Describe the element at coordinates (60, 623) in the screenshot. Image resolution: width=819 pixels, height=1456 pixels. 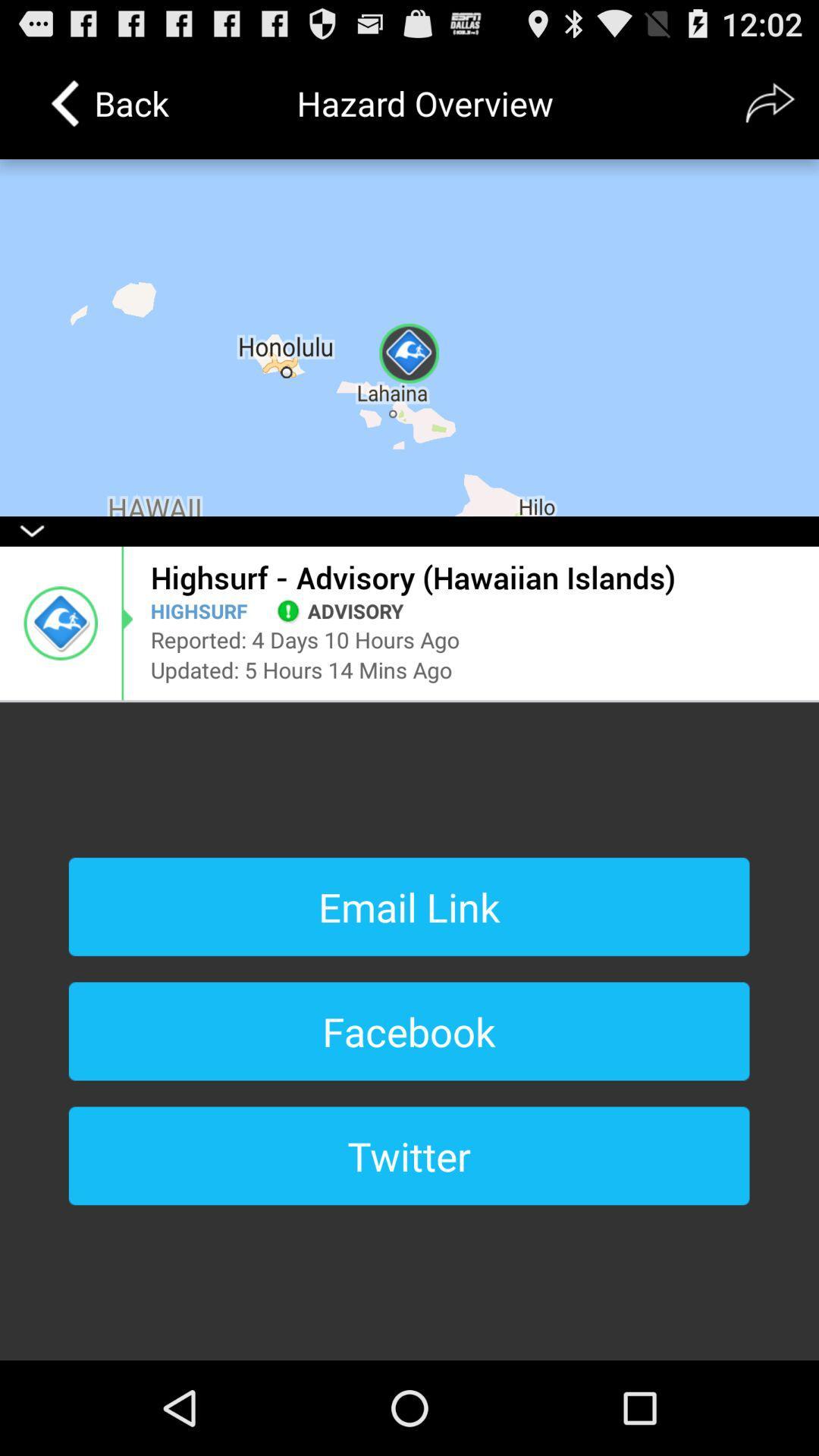
I see `the icon which is to the left of highsurf  advisory hawaiian islands` at that location.